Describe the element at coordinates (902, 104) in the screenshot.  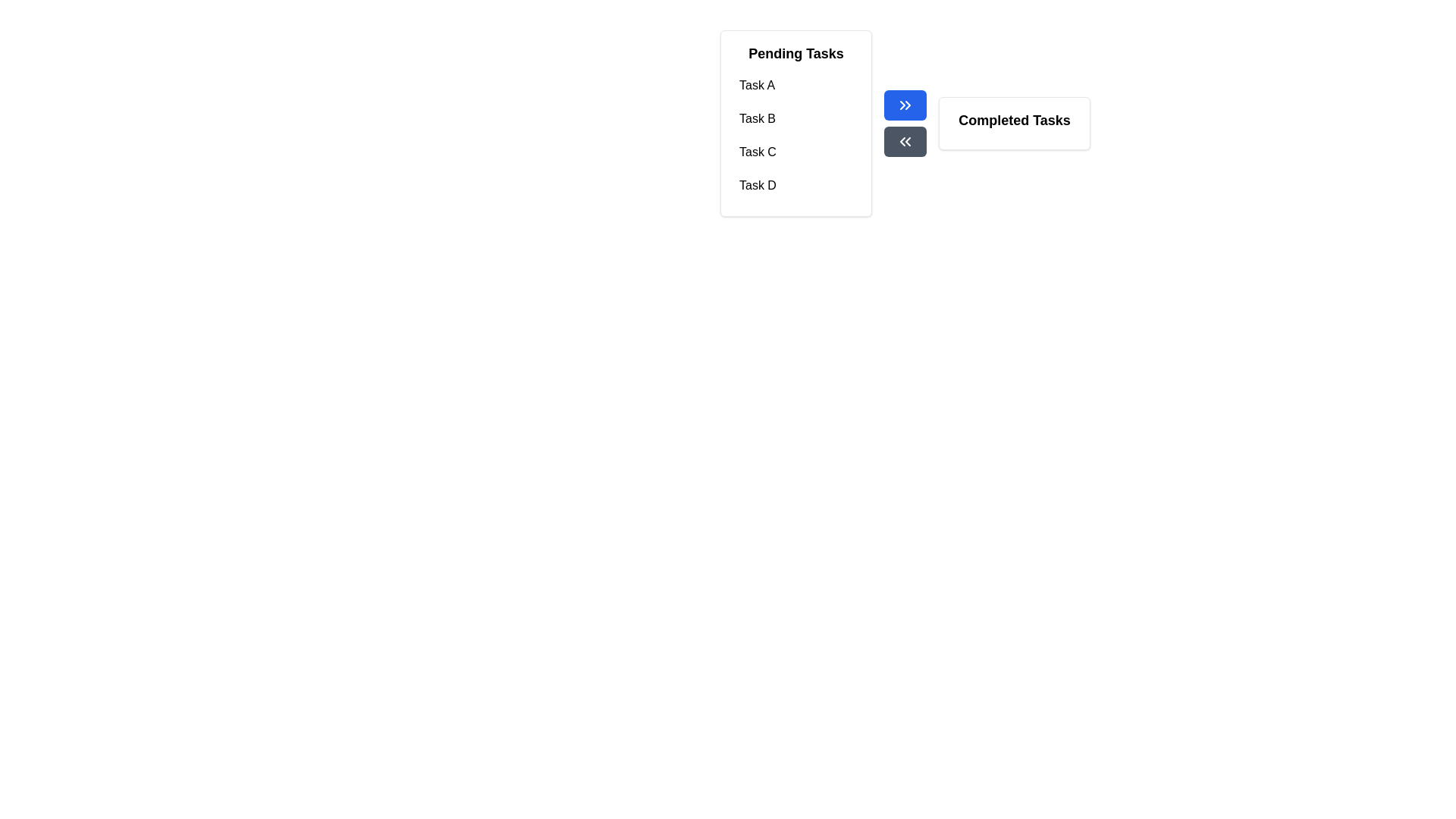
I see `the upper arrow in the rightward navigation chevron SVG, which indicates movement towards the 'Completed Tasks' section` at that location.